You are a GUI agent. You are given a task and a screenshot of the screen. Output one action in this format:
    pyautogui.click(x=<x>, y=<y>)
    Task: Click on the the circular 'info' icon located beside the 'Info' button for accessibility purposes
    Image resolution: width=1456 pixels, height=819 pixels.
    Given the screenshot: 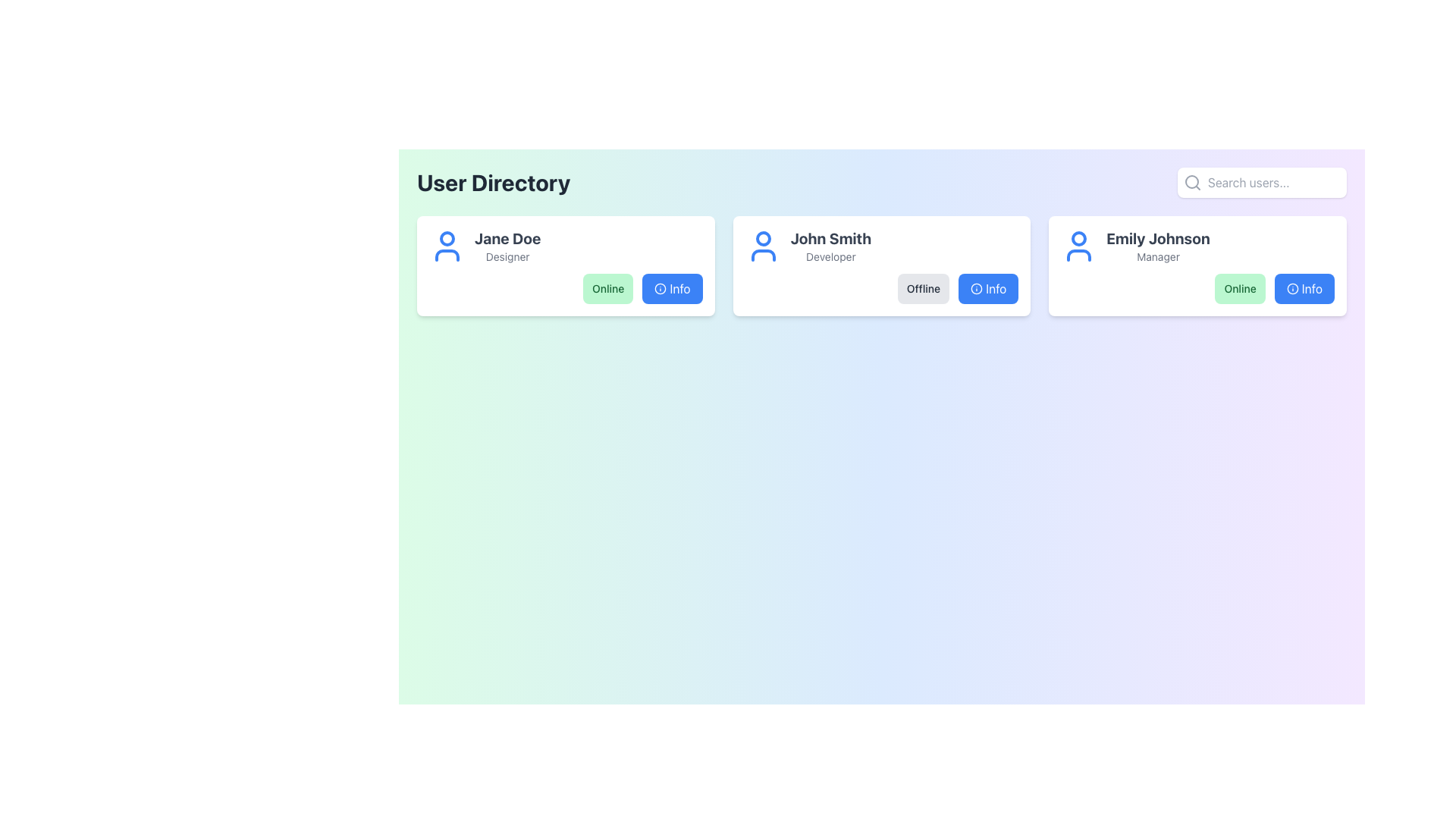 What is the action you would take?
    pyautogui.click(x=977, y=289)
    